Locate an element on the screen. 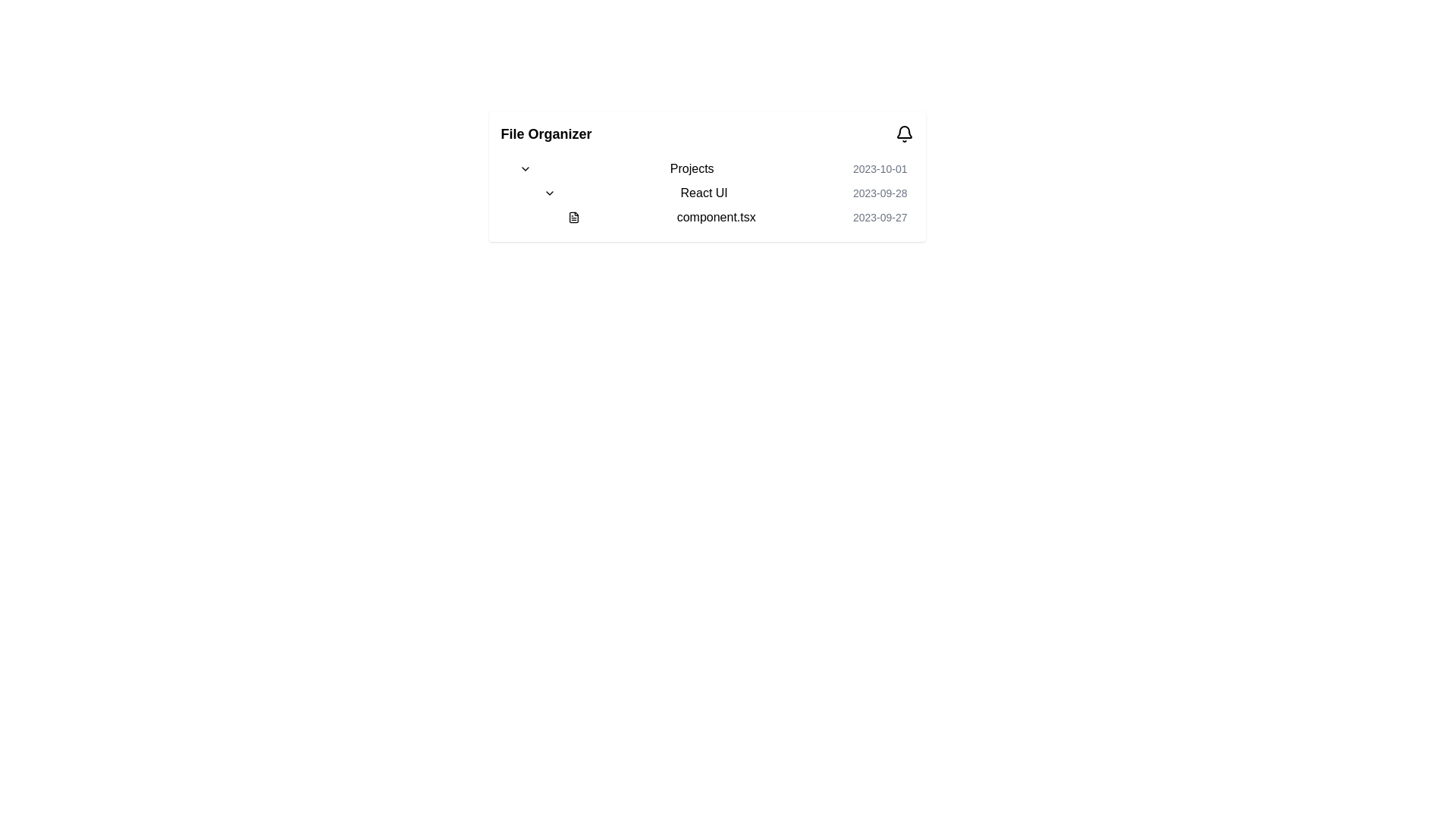 The image size is (1456, 819). the first list item labeled 'Projects' in the 'File Organizer' section is located at coordinates (712, 169).